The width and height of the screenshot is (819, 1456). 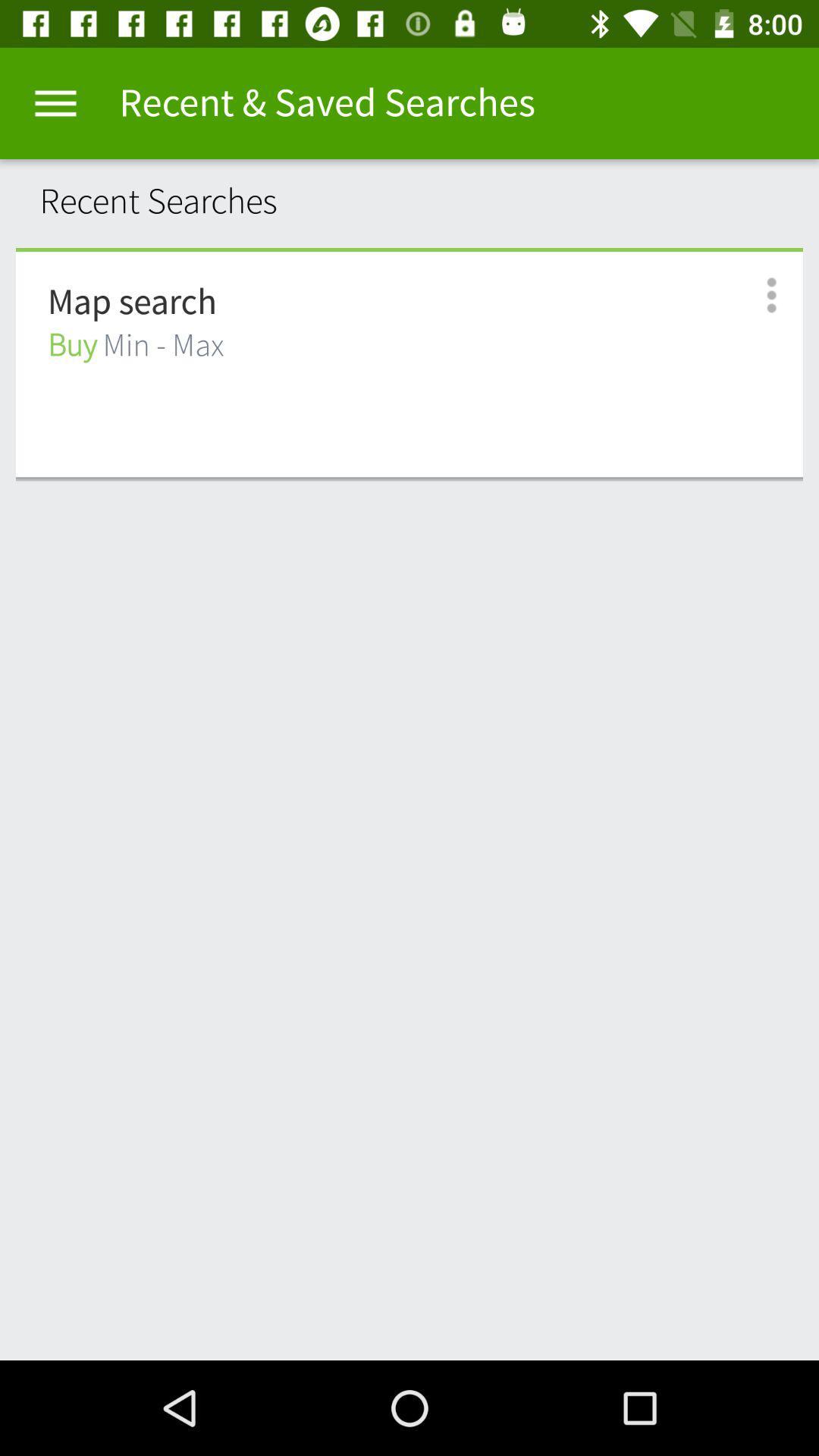 What do you see at coordinates (131, 303) in the screenshot?
I see `the item above buy min - max icon` at bounding box center [131, 303].